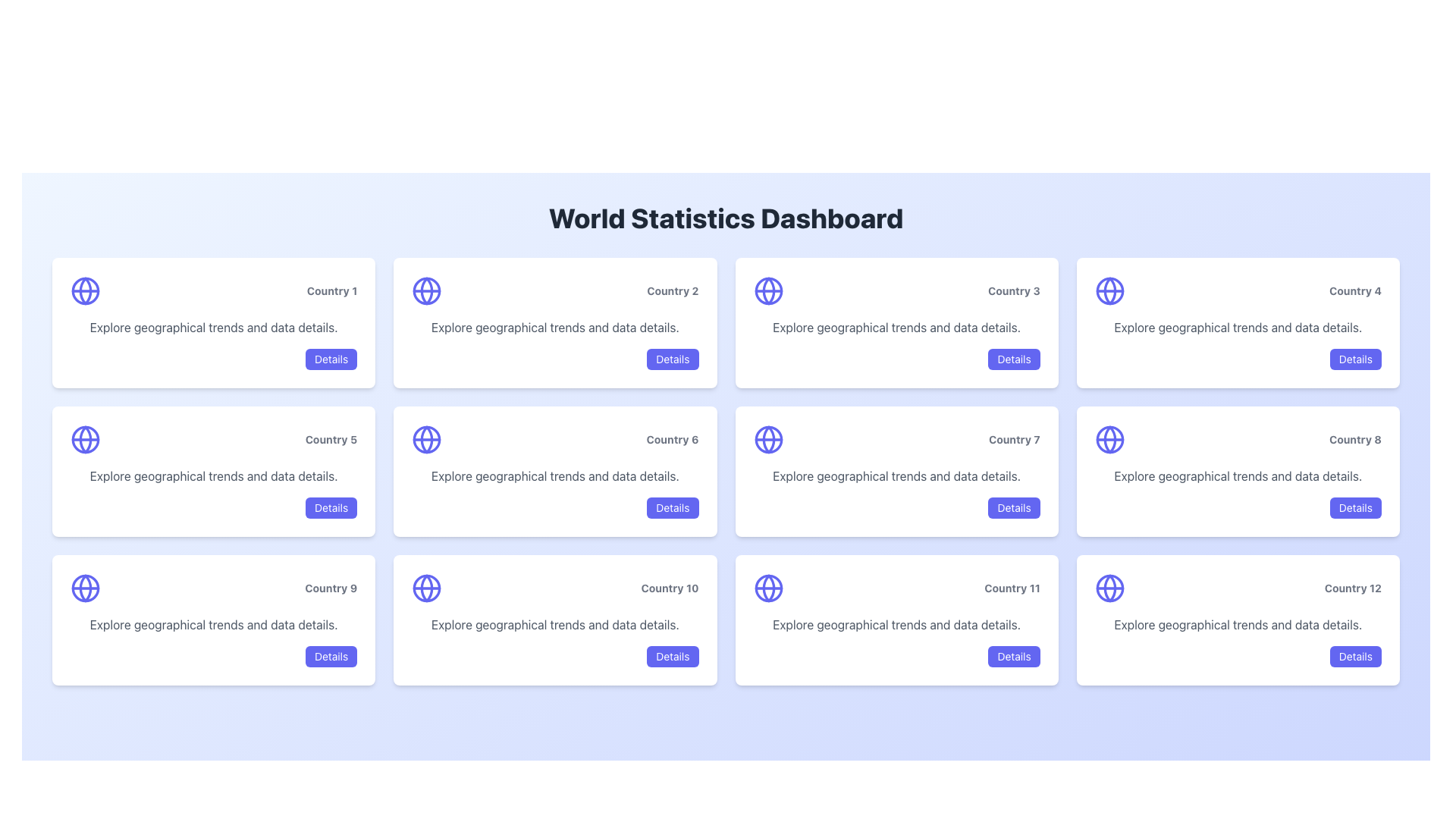  Describe the element at coordinates (213, 322) in the screenshot. I see `text content from the Card component that provides an overview of geographical data for 'Country 1', located in the top-left corner of the dashboard` at that location.